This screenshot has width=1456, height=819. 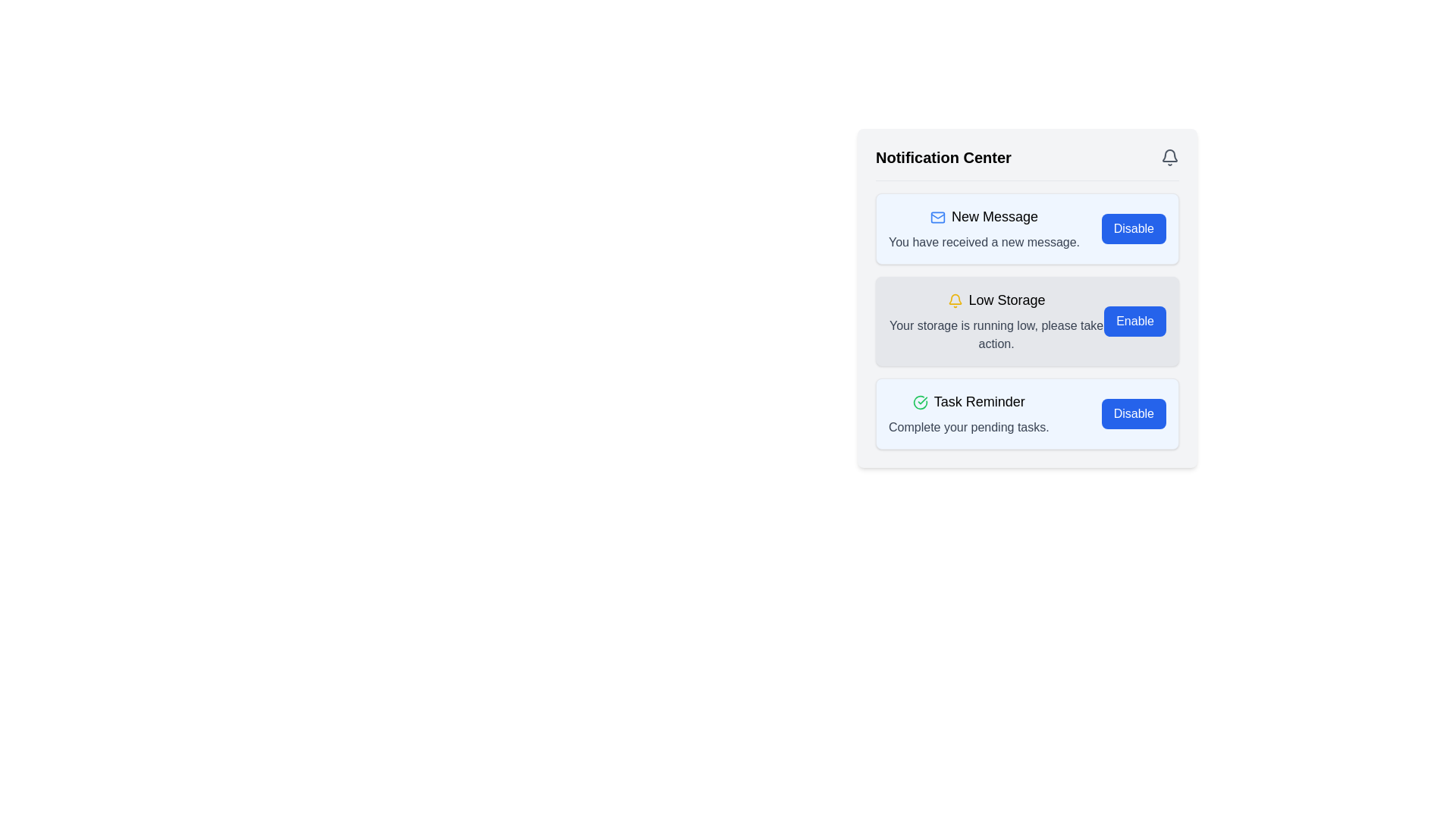 What do you see at coordinates (919, 402) in the screenshot?
I see `the success indicator icon located to the left of the 'Task Reminder' text in the Notification Center` at bounding box center [919, 402].